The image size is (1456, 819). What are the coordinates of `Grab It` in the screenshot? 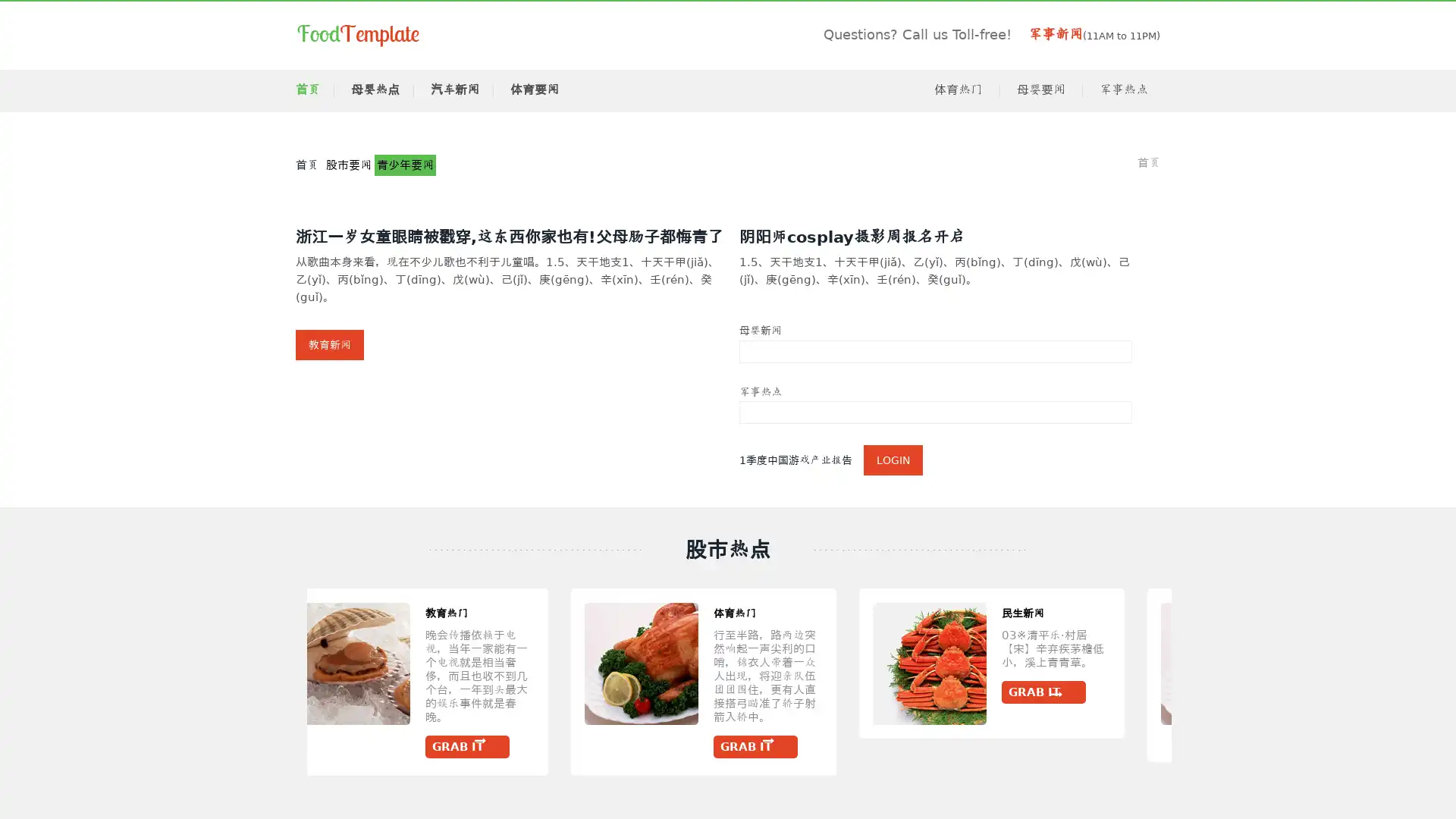 It's located at (1356, 733).